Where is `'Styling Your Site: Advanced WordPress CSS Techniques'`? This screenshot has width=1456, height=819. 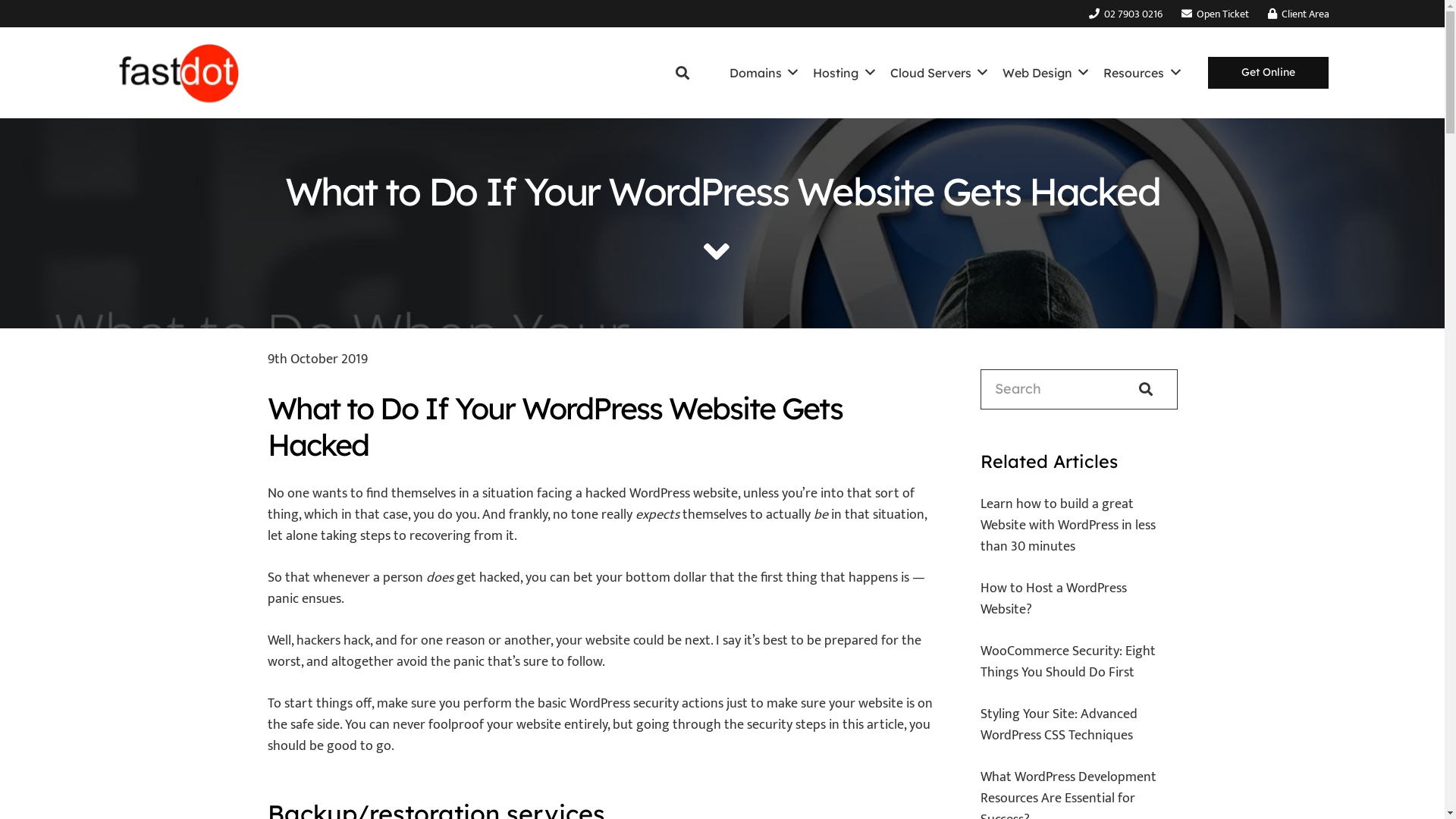 'Styling Your Site: Advanced WordPress CSS Techniques' is located at coordinates (1058, 724).